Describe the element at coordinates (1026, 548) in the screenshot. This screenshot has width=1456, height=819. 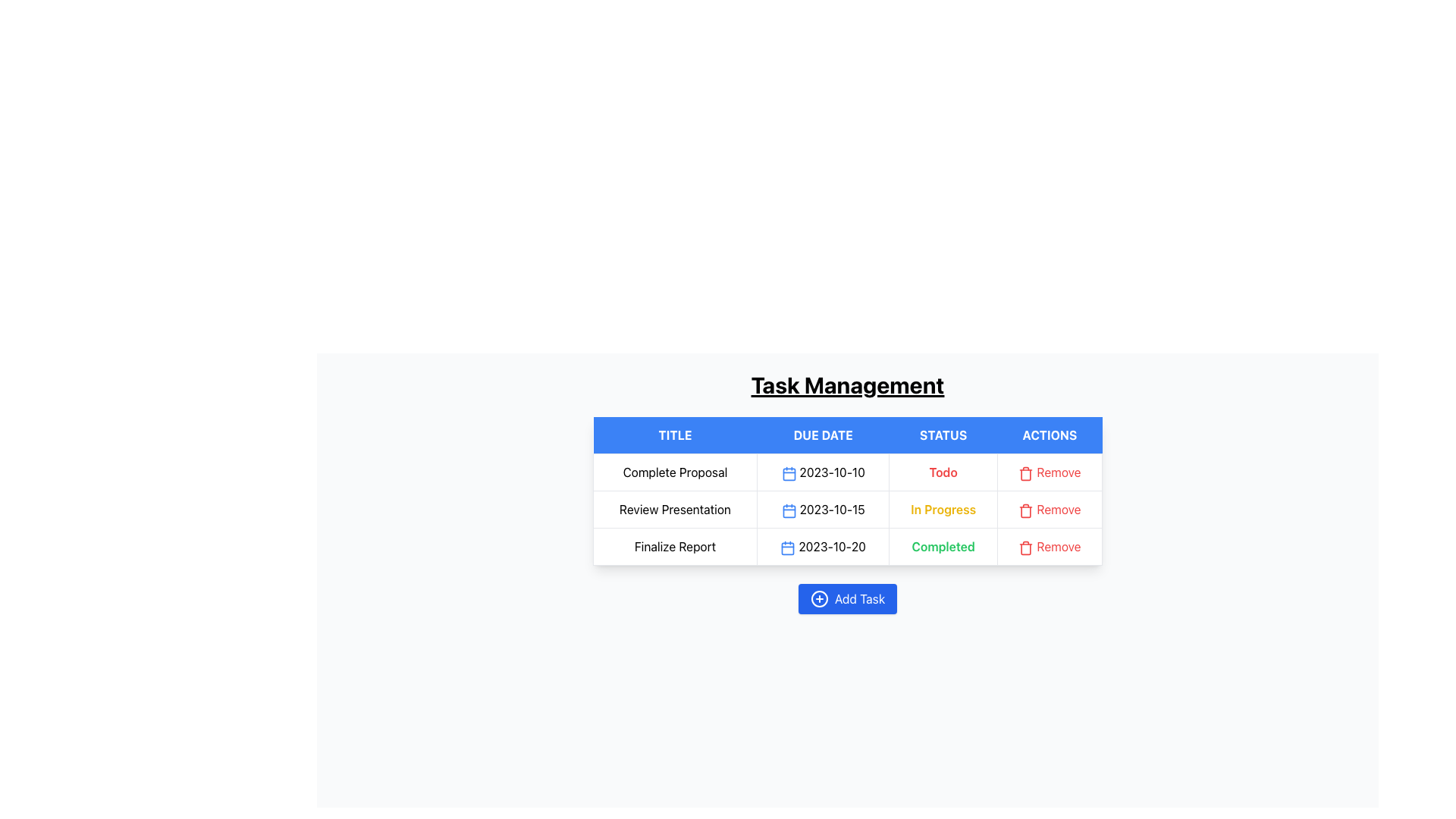
I see `the delete icon button located in the 'Actions' column of the third row, adjacent to the 'Completed' status` at that location.